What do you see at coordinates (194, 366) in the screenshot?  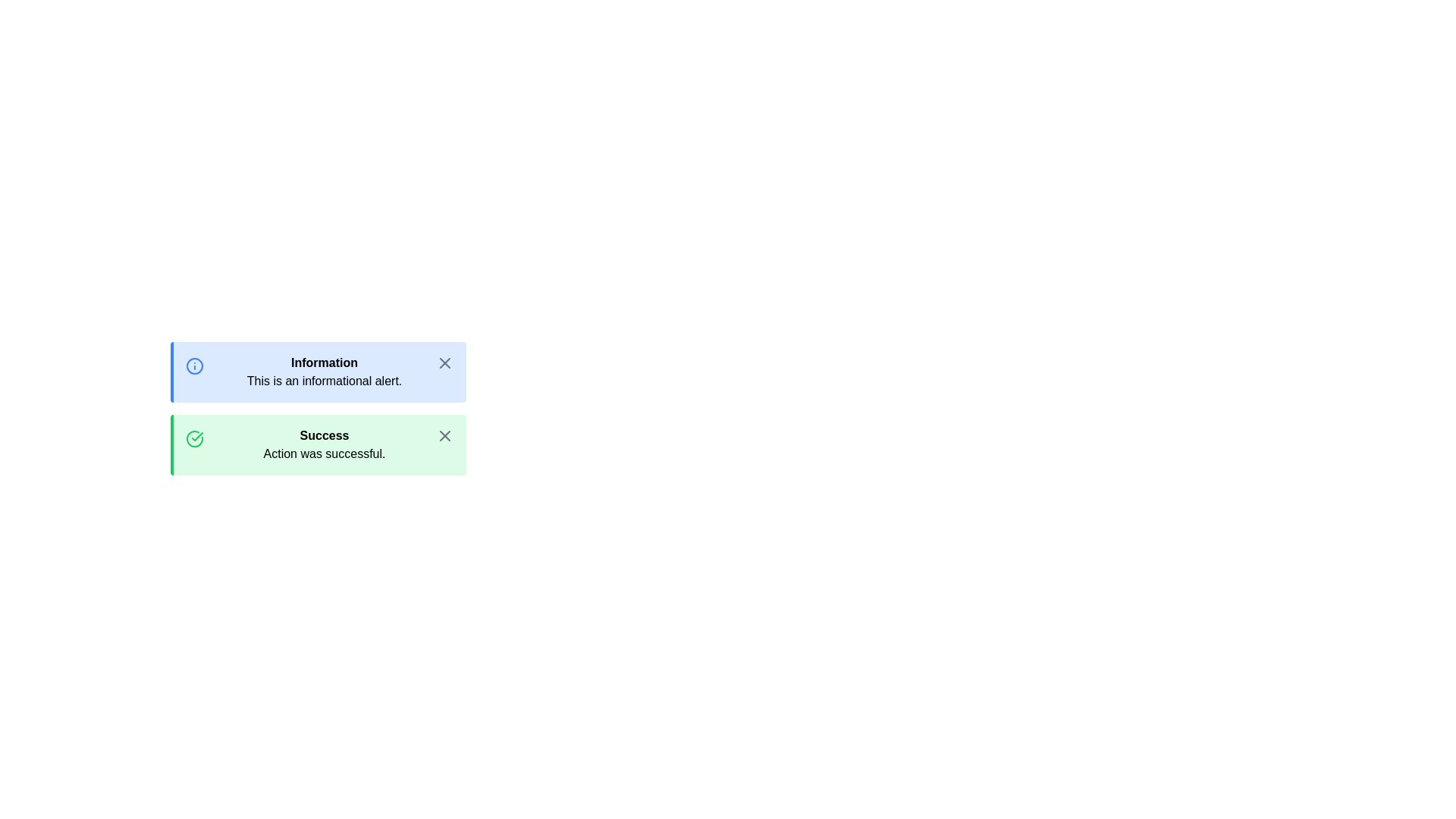 I see `the circular blue information icon located at the top-left corner of the blue alert box titled 'Information'` at bounding box center [194, 366].